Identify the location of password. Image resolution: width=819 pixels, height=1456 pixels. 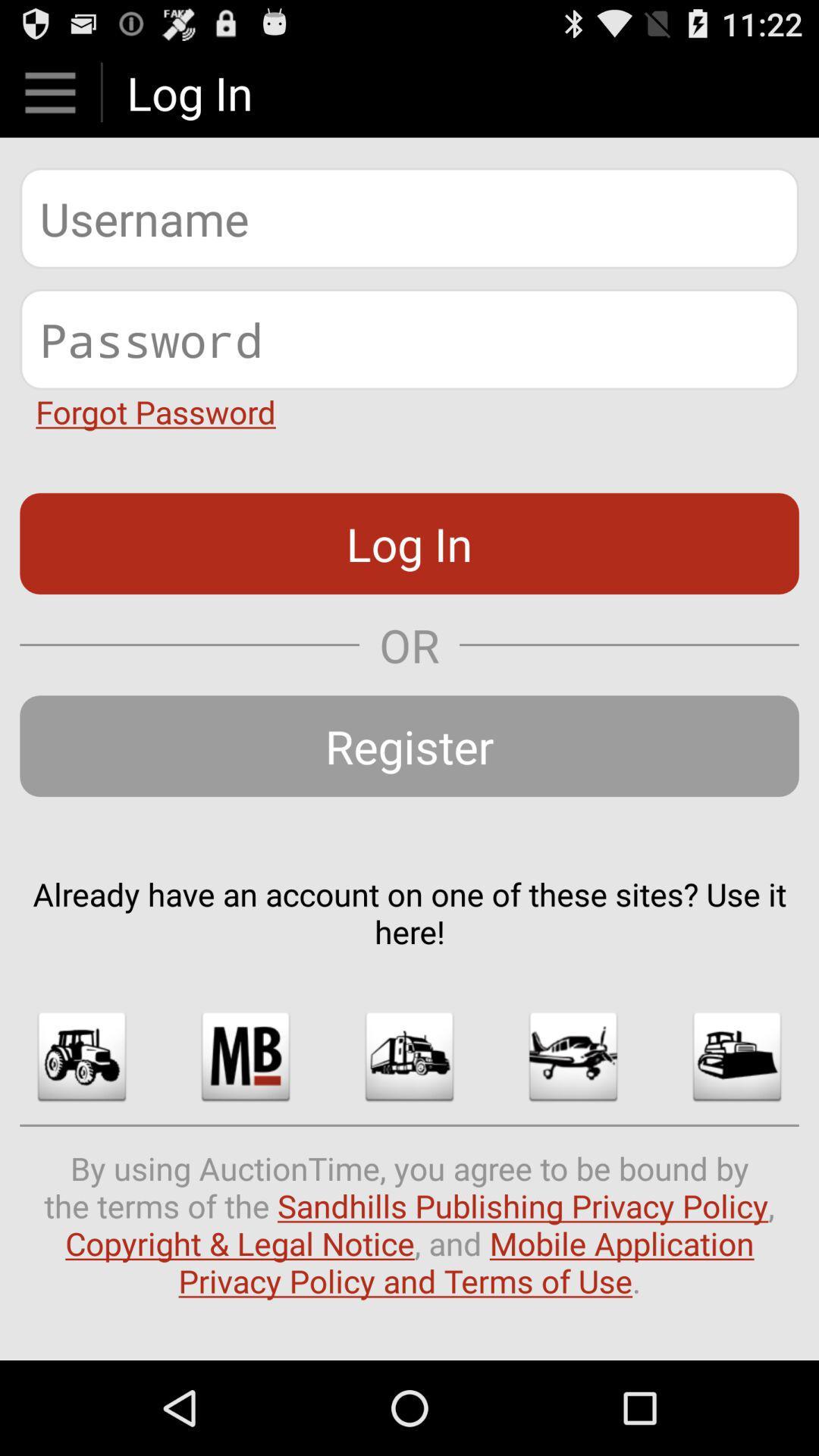
(409, 338).